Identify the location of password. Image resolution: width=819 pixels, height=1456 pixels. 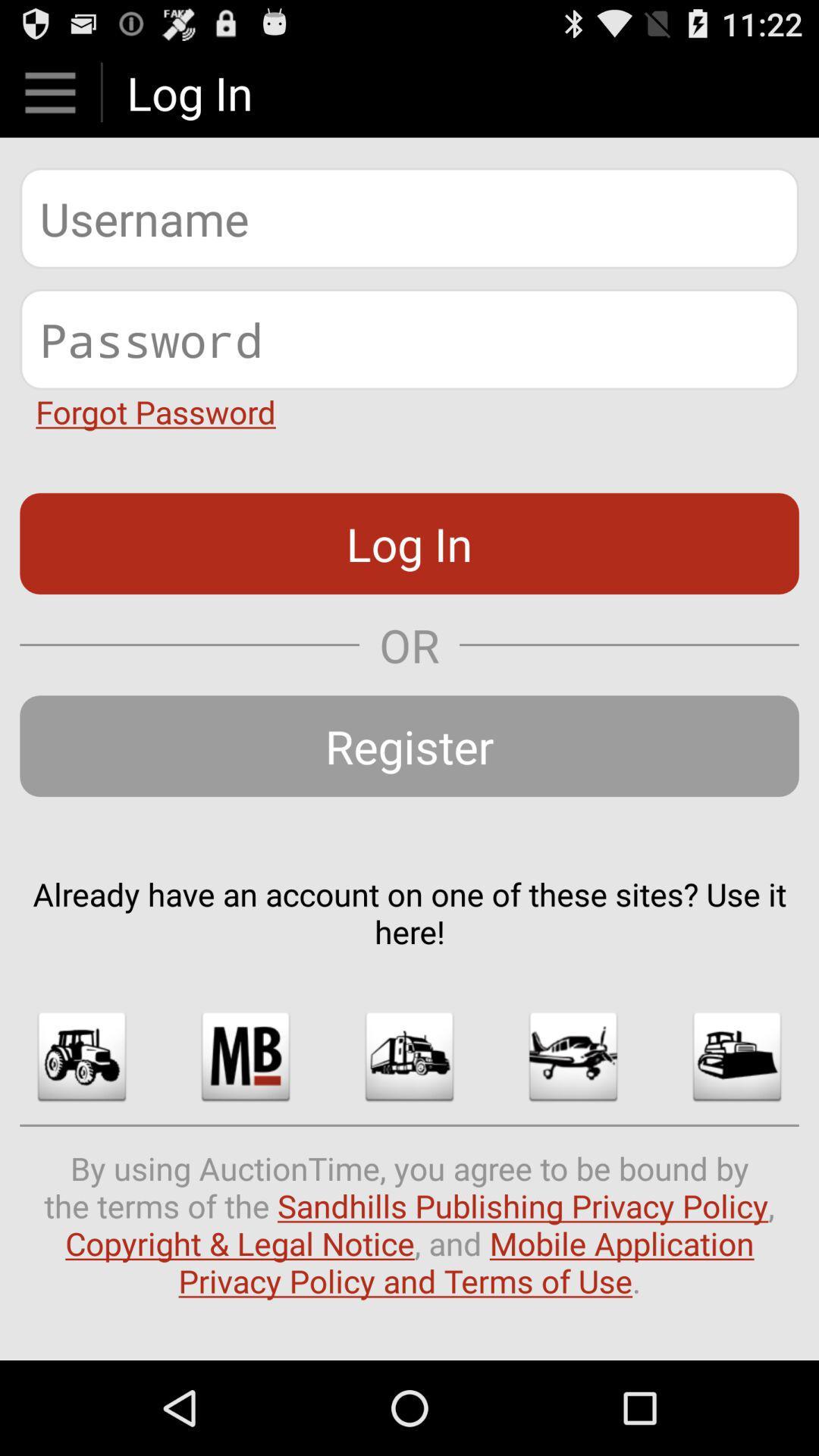
(409, 338).